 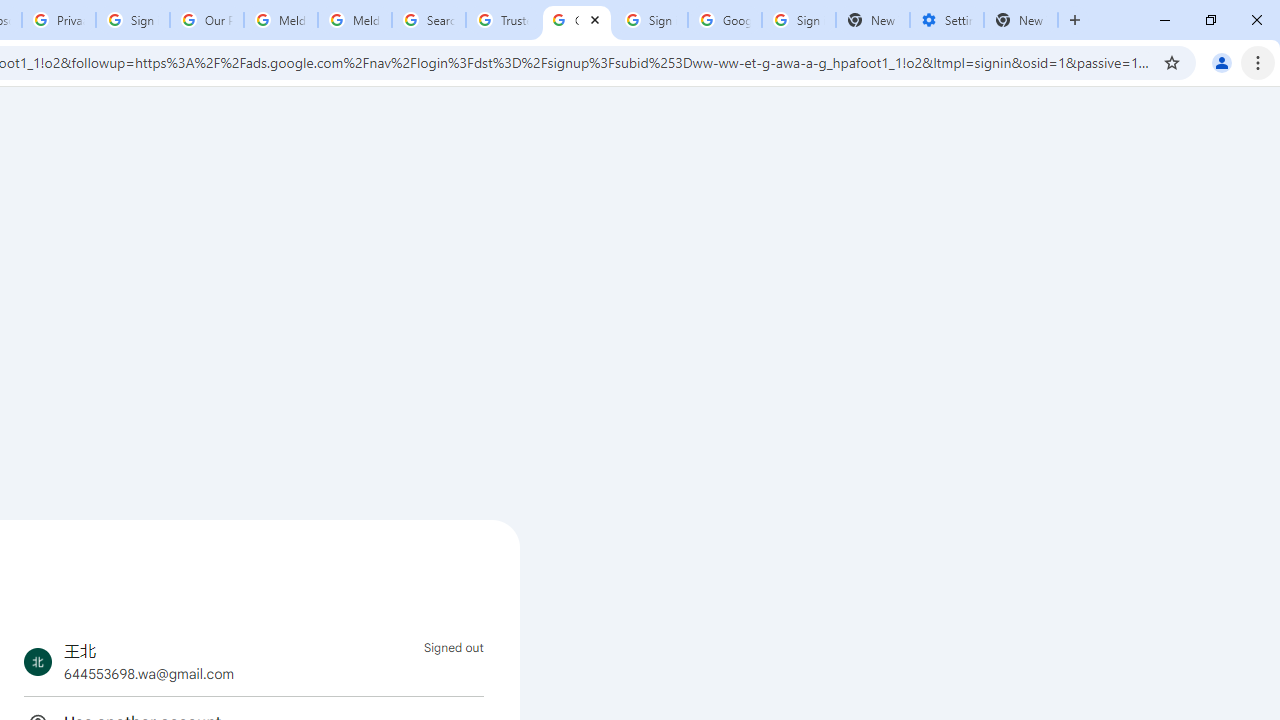 I want to click on 'Search our Doodle Library Collection - Google Doodles', so click(x=427, y=20).